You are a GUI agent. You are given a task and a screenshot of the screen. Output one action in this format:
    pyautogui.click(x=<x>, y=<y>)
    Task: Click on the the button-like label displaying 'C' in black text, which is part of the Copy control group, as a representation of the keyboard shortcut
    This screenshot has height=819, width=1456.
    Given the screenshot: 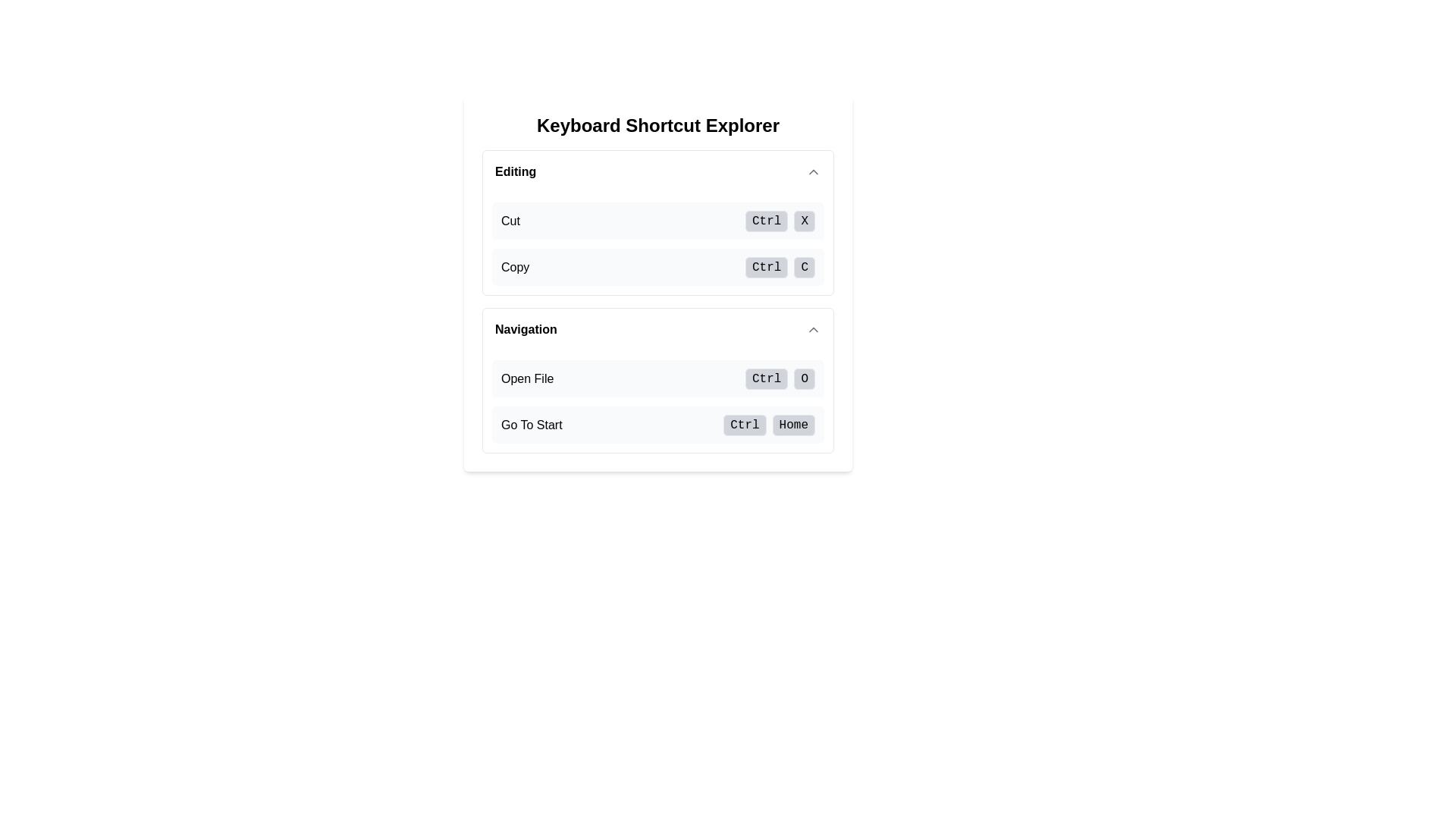 What is the action you would take?
    pyautogui.click(x=804, y=267)
    